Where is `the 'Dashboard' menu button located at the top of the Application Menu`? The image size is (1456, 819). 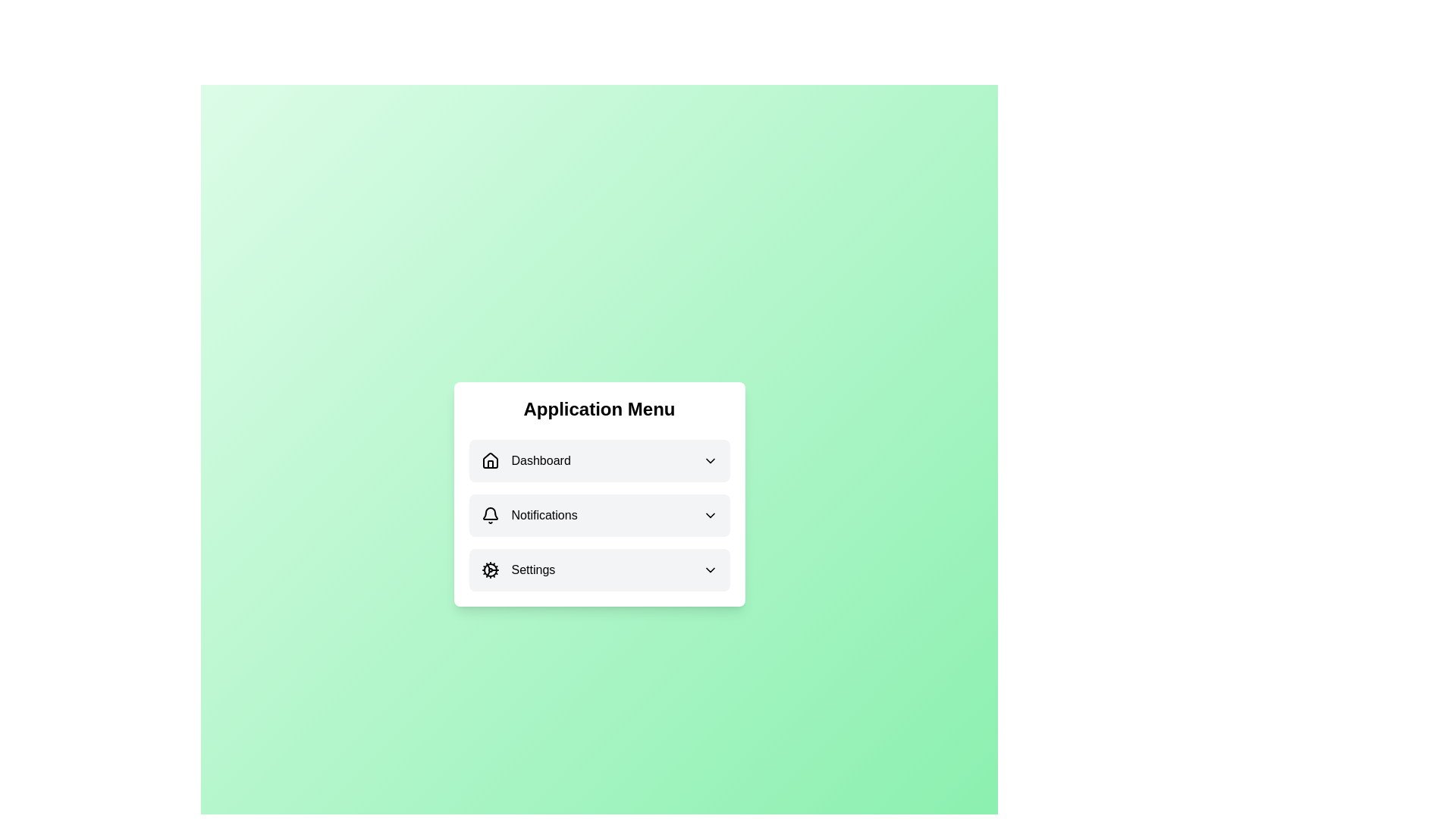 the 'Dashboard' menu button located at the top of the Application Menu is located at coordinates (598, 460).